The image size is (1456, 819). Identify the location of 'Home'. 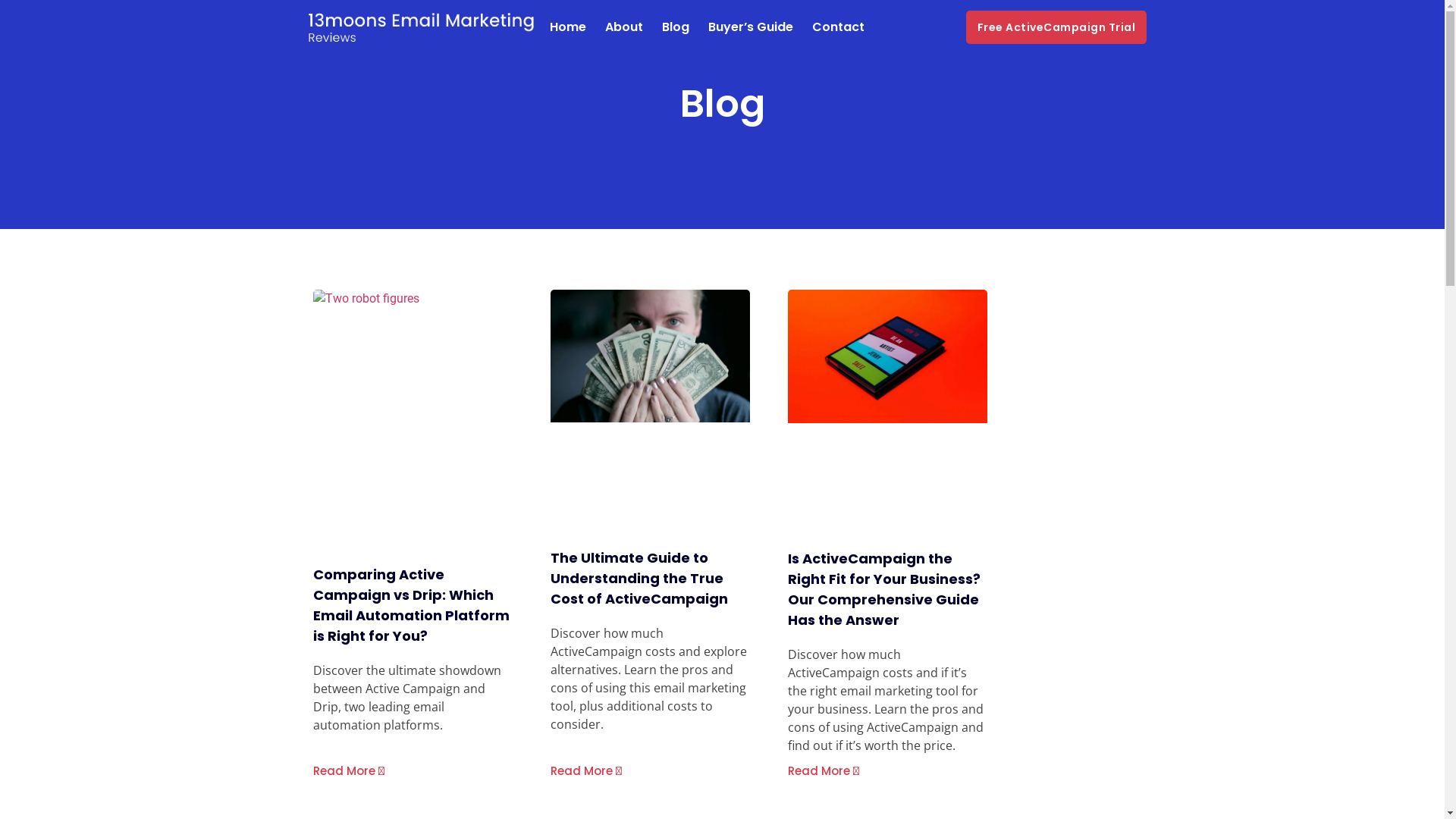
(566, 27).